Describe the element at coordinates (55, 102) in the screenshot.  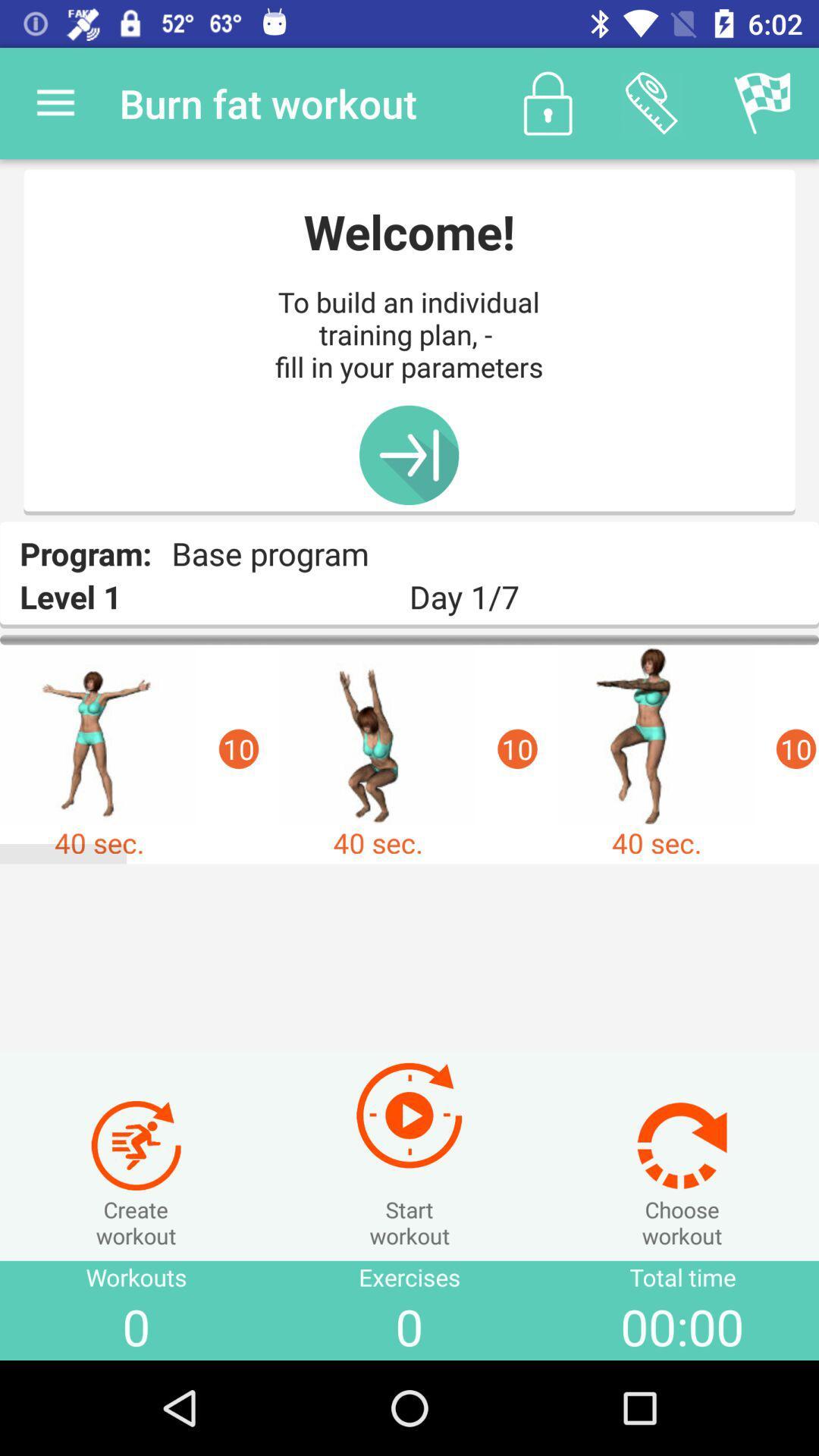
I see `item above the program: item` at that location.